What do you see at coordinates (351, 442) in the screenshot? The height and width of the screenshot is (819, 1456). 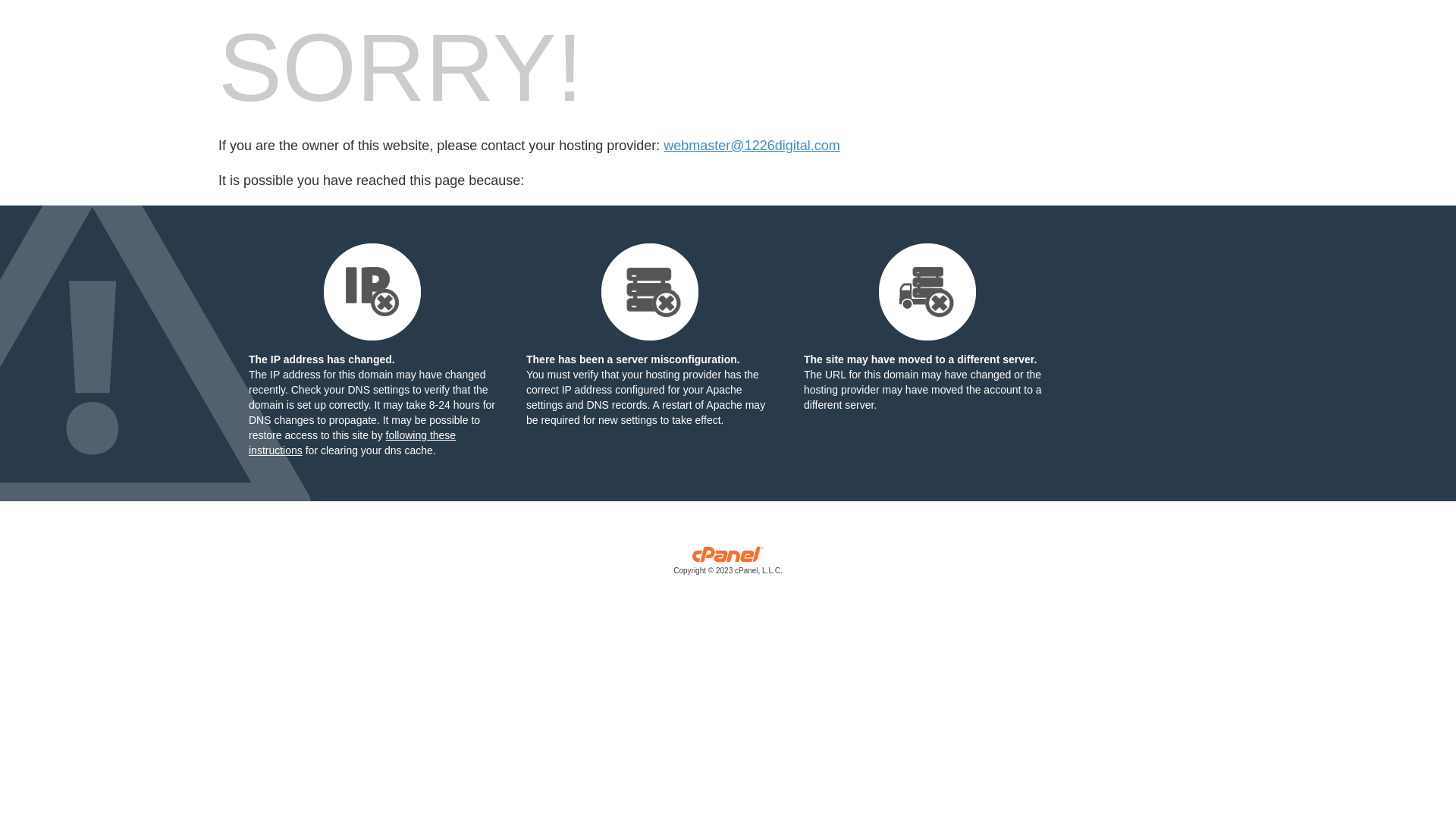 I see `'following these instructions'` at bounding box center [351, 442].